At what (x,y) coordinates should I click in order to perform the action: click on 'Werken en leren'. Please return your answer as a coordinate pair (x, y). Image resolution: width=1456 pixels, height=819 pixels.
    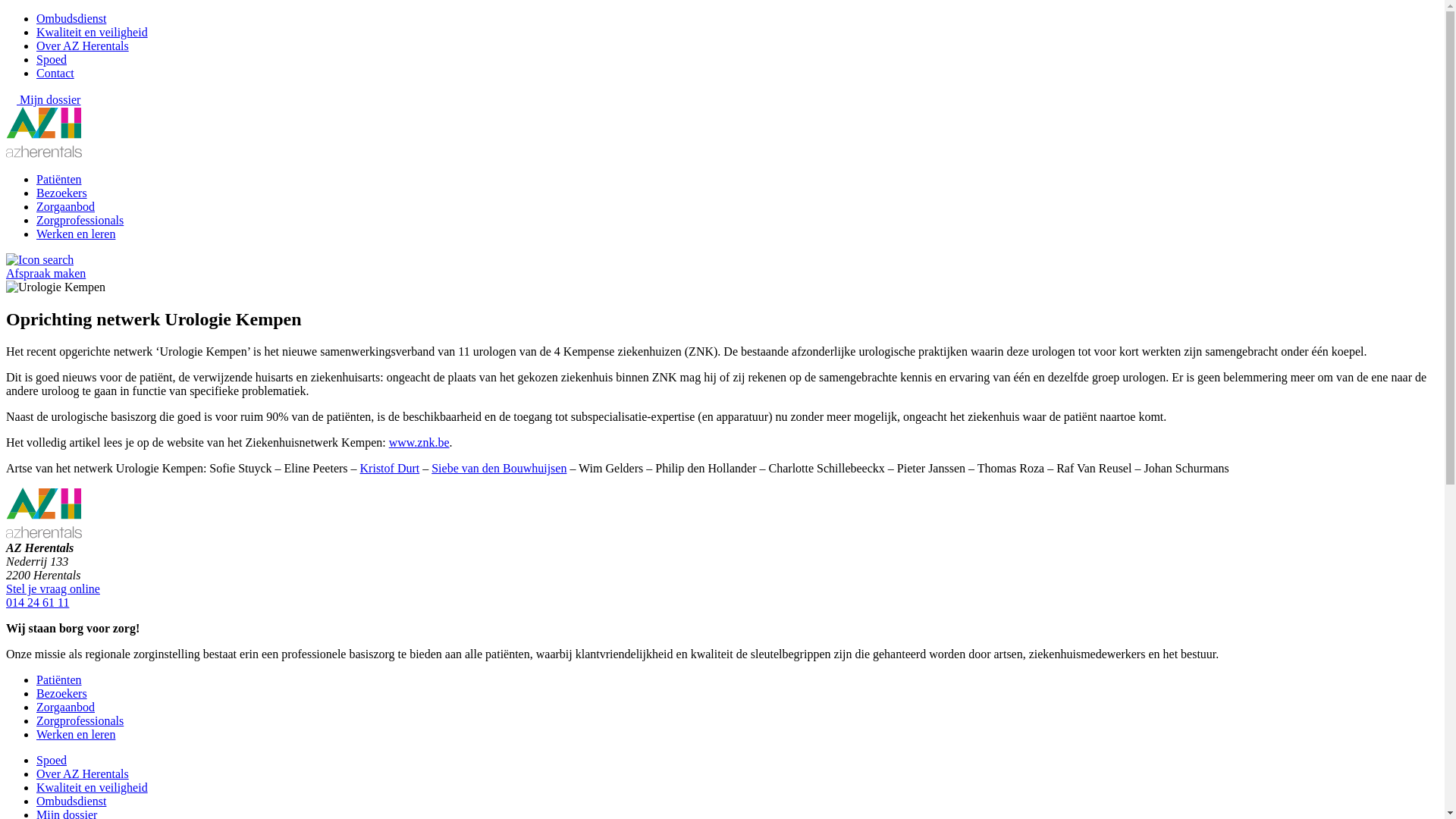
    Looking at the image, I should click on (75, 234).